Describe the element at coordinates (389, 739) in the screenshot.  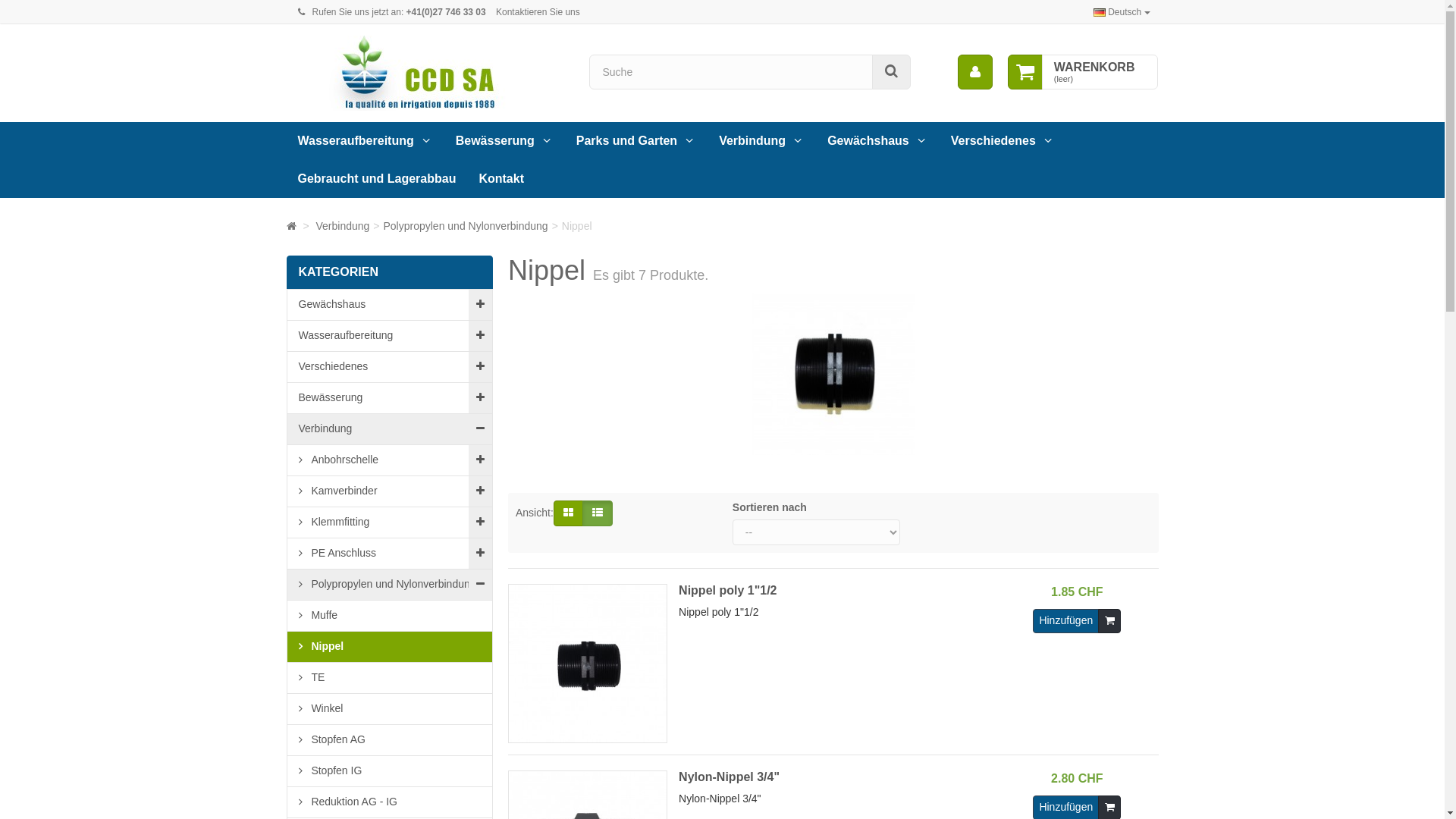
I see `'Stopfen AG'` at that location.